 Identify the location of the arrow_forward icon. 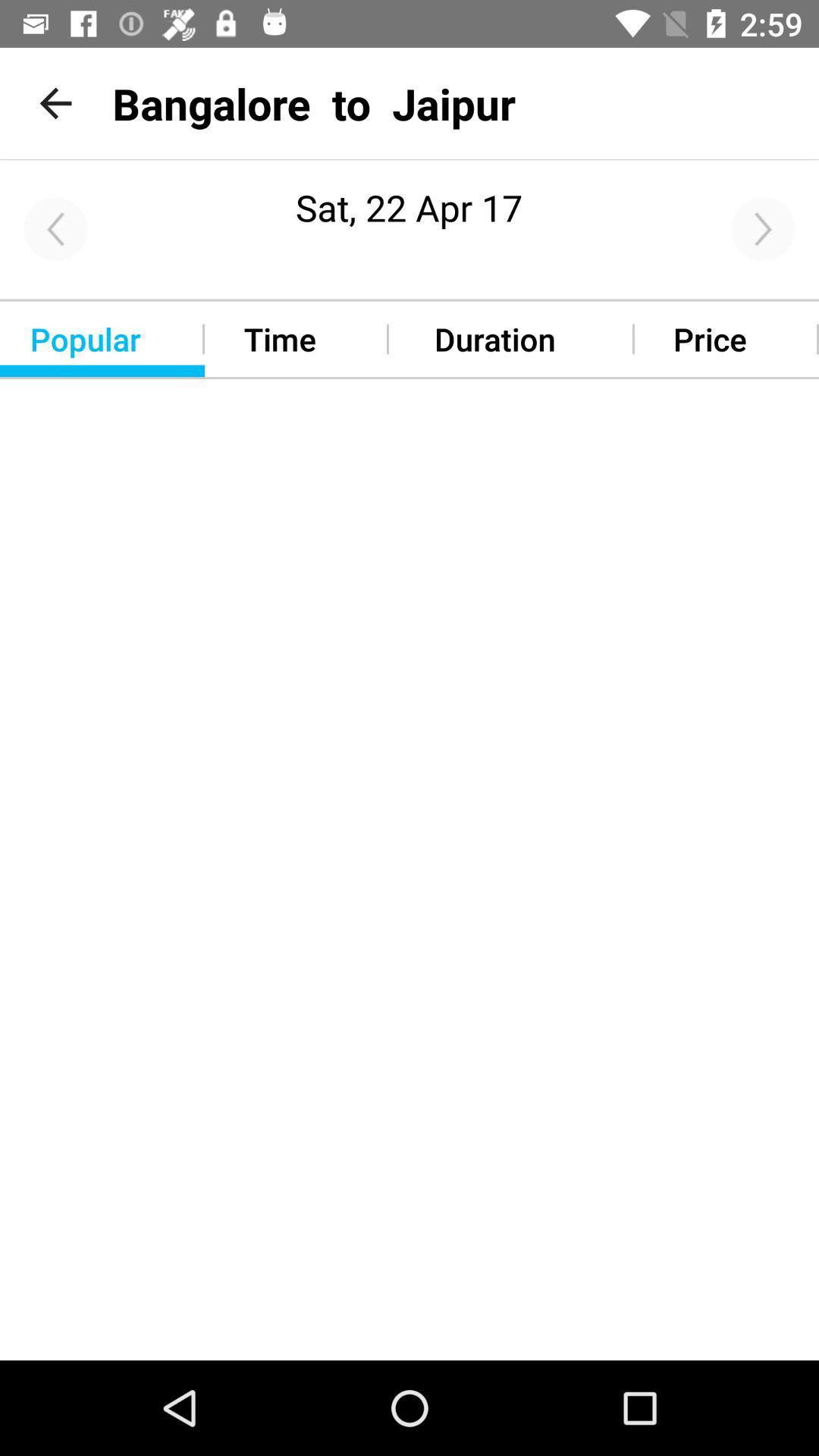
(763, 228).